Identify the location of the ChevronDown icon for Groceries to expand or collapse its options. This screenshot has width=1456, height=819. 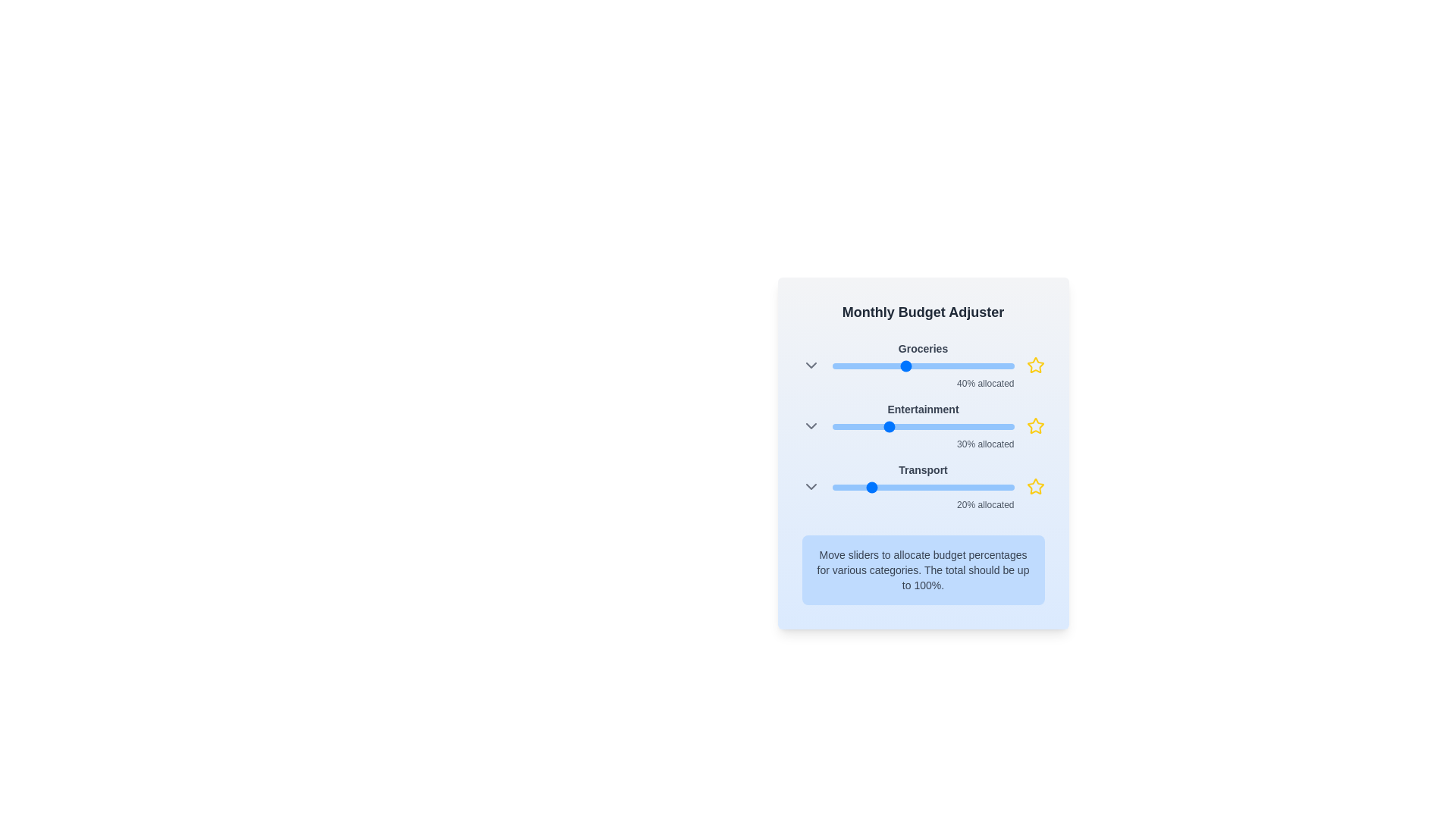
(810, 366).